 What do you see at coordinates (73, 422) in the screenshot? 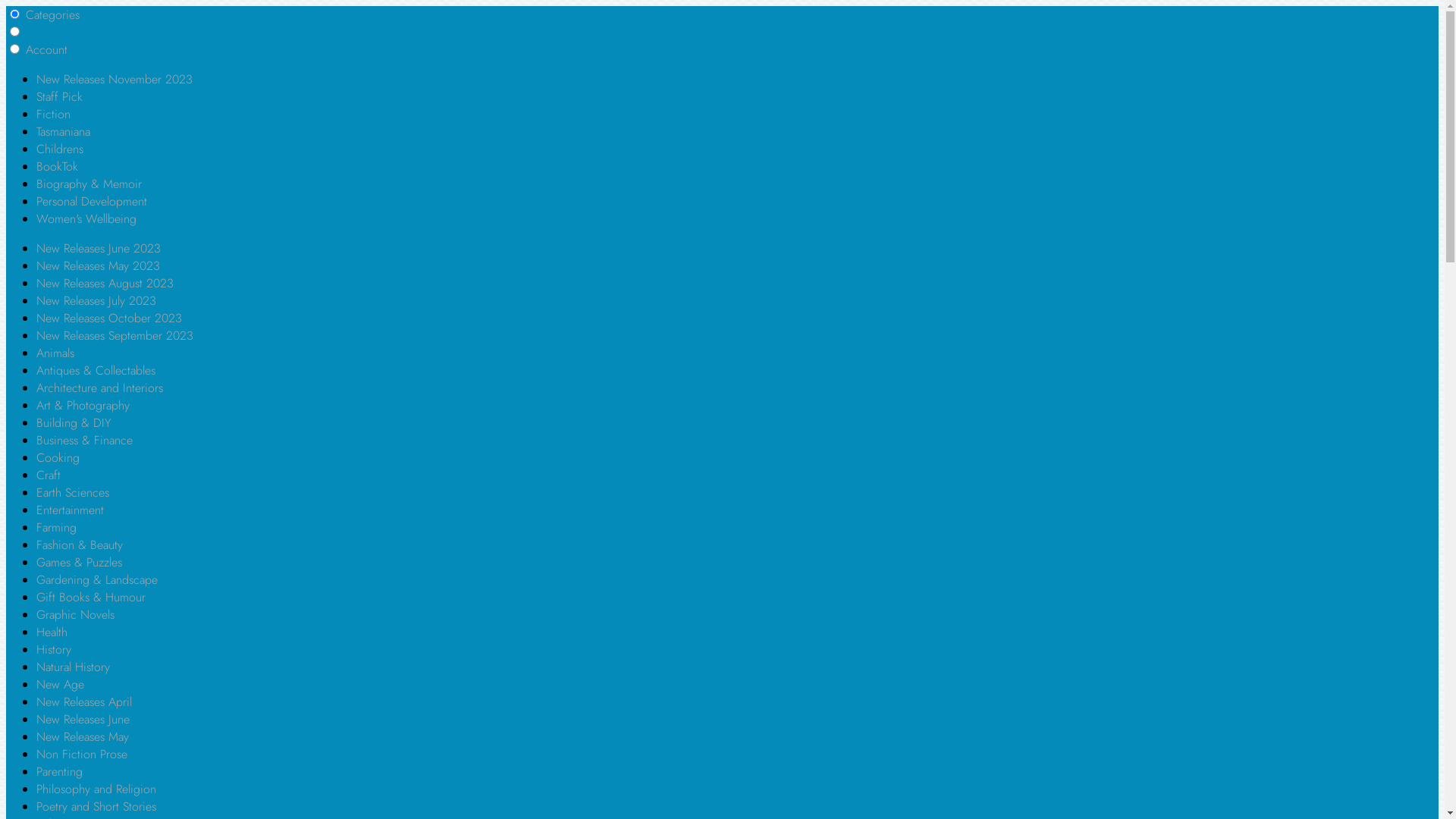
I see `'Building & DIY'` at bounding box center [73, 422].